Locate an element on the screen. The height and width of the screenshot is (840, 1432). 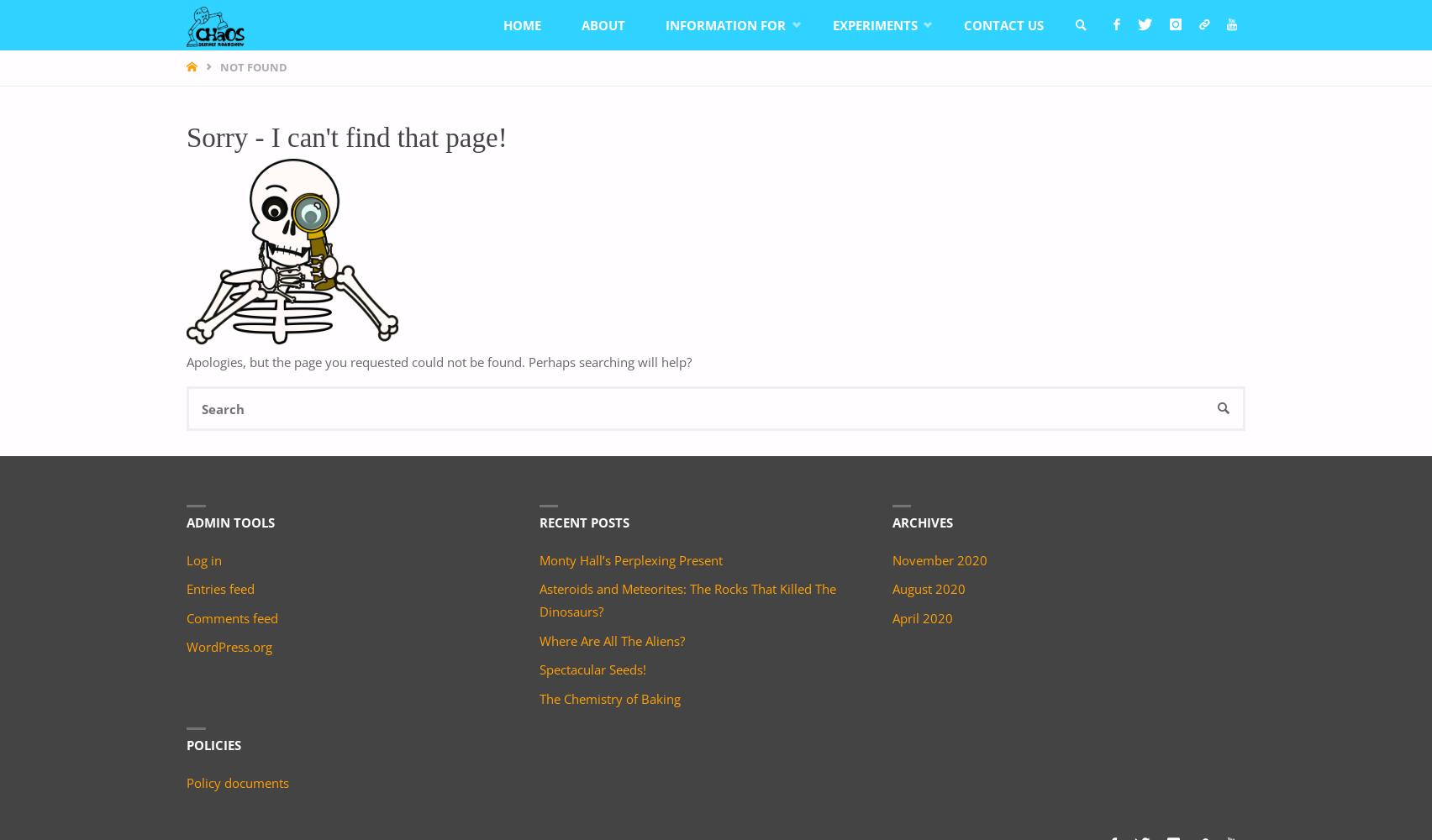
'Entries feed' is located at coordinates (219, 588).